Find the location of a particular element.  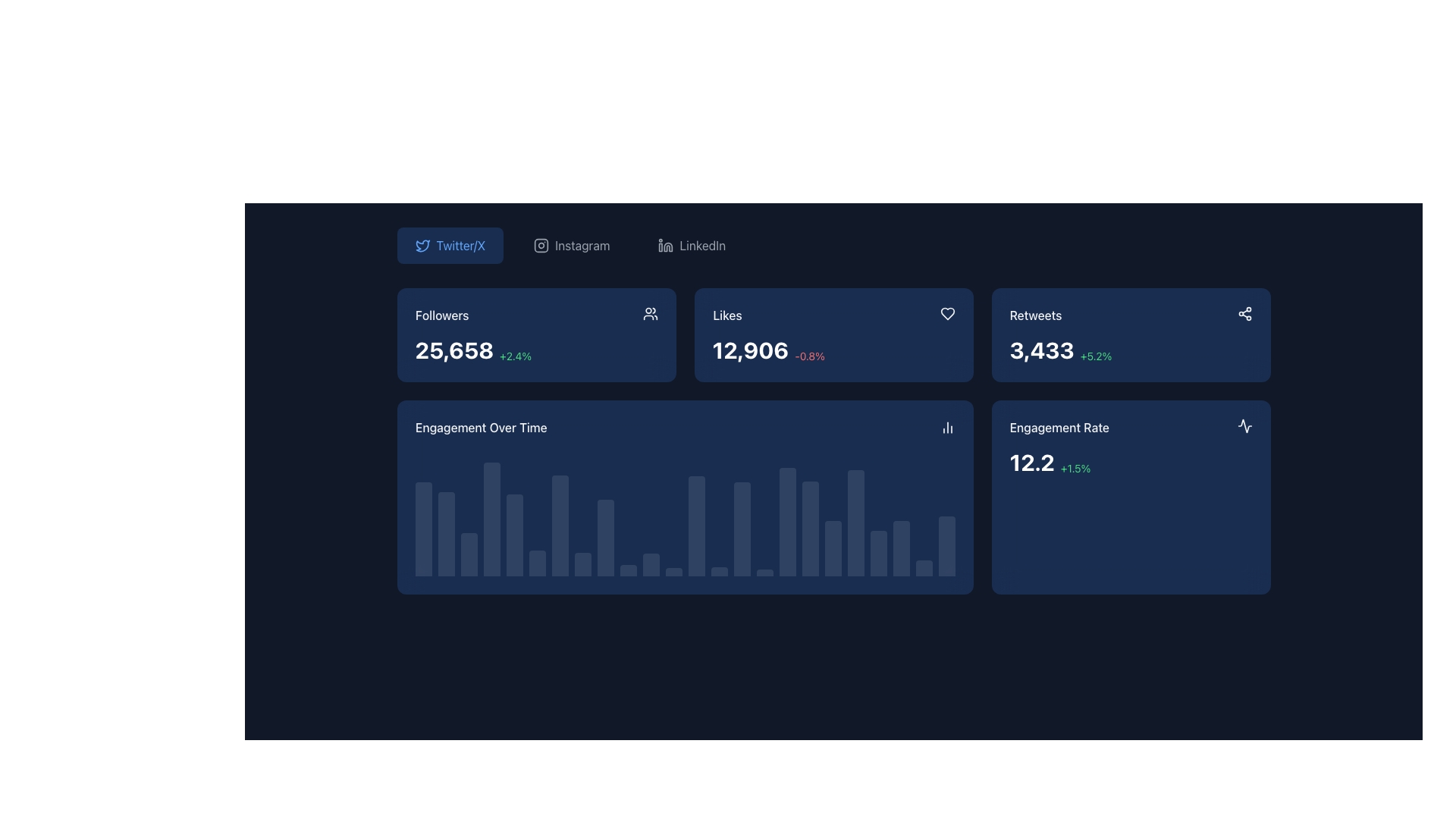

text content displayed as '+2.4%' in the green font within the dark blue card labeled 'Followers' located on the right-hand side of the card is located at coordinates (516, 356).